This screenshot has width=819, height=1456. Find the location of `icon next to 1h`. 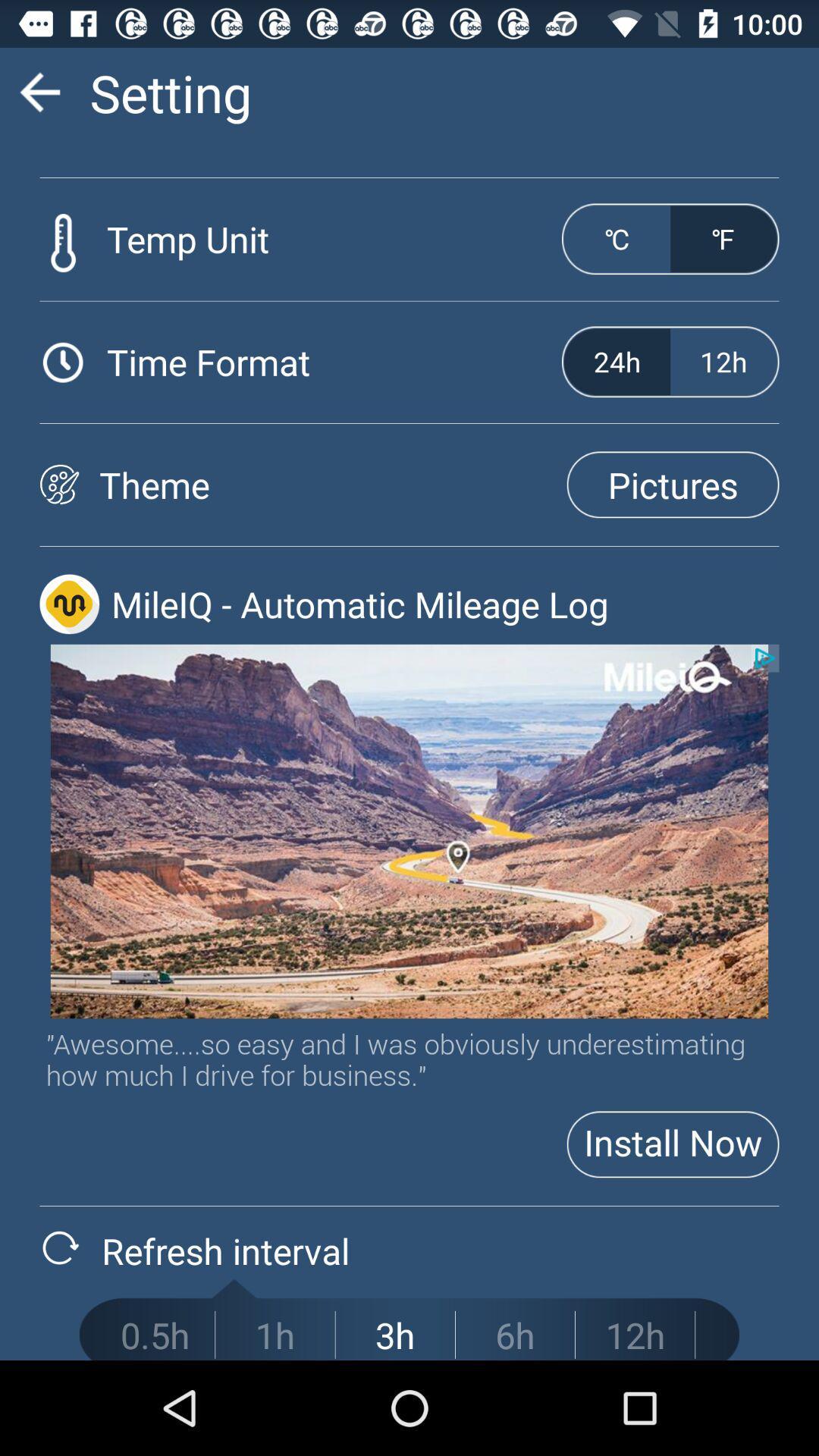

icon next to 1h is located at coordinates (394, 1335).